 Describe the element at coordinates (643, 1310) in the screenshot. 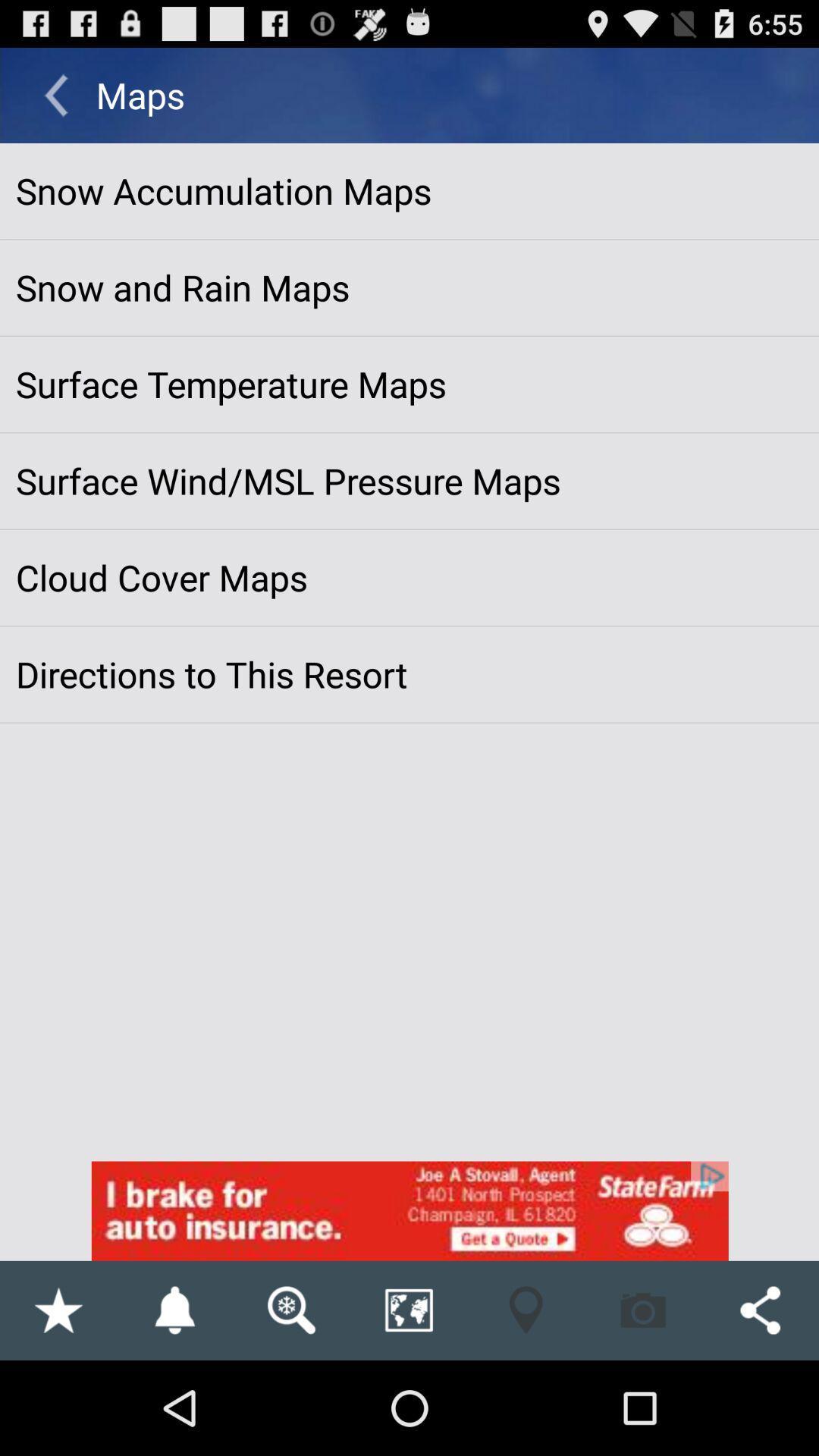

I see `this button start the camera` at that location.